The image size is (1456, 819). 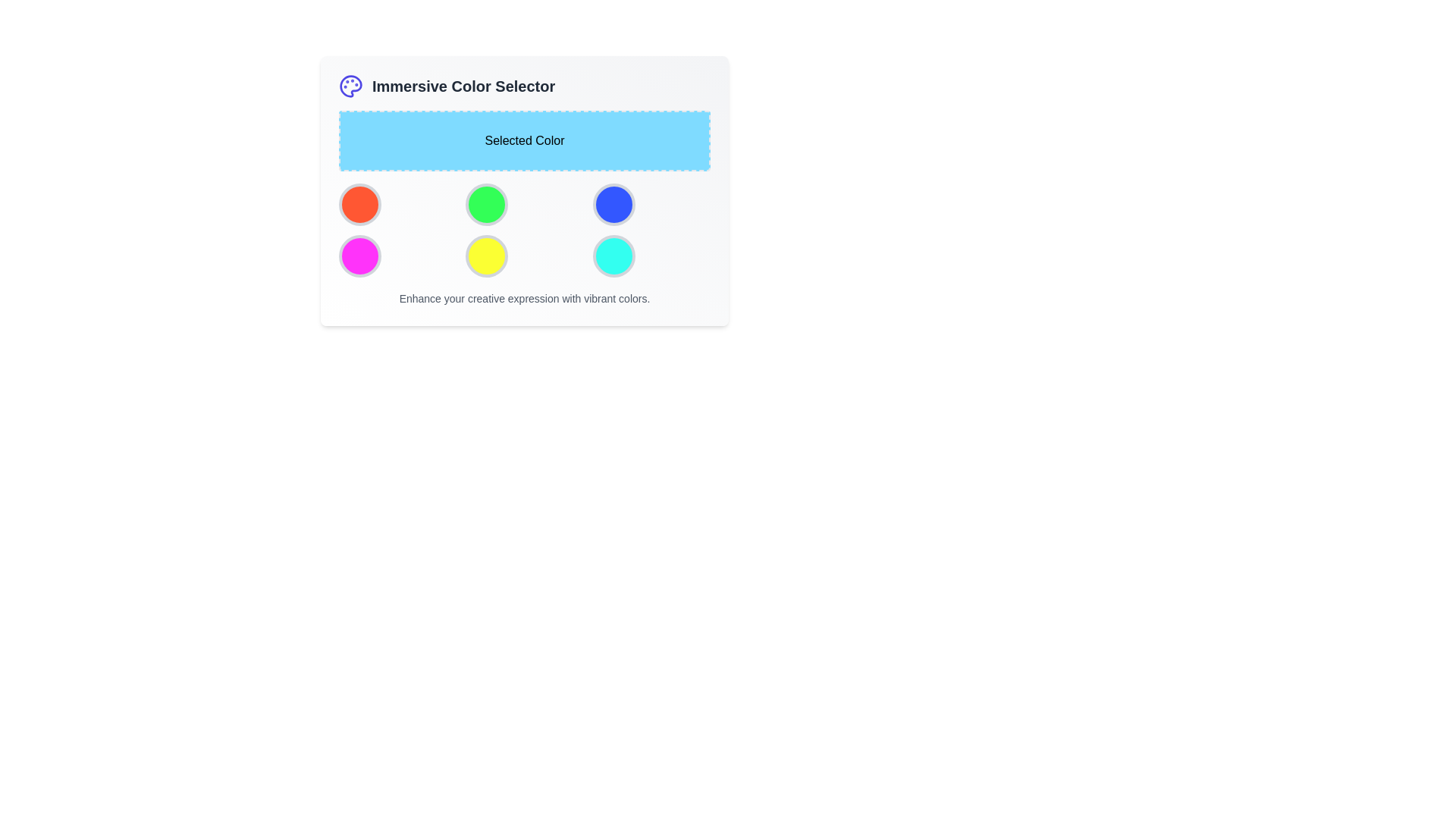 What do you see at coordinates (487, 256) in the screenshot?
I see `the yellow color selection button, which is the fifth item in a 2x3 grid layout of circular buttons` at bounding box center [487, 256].